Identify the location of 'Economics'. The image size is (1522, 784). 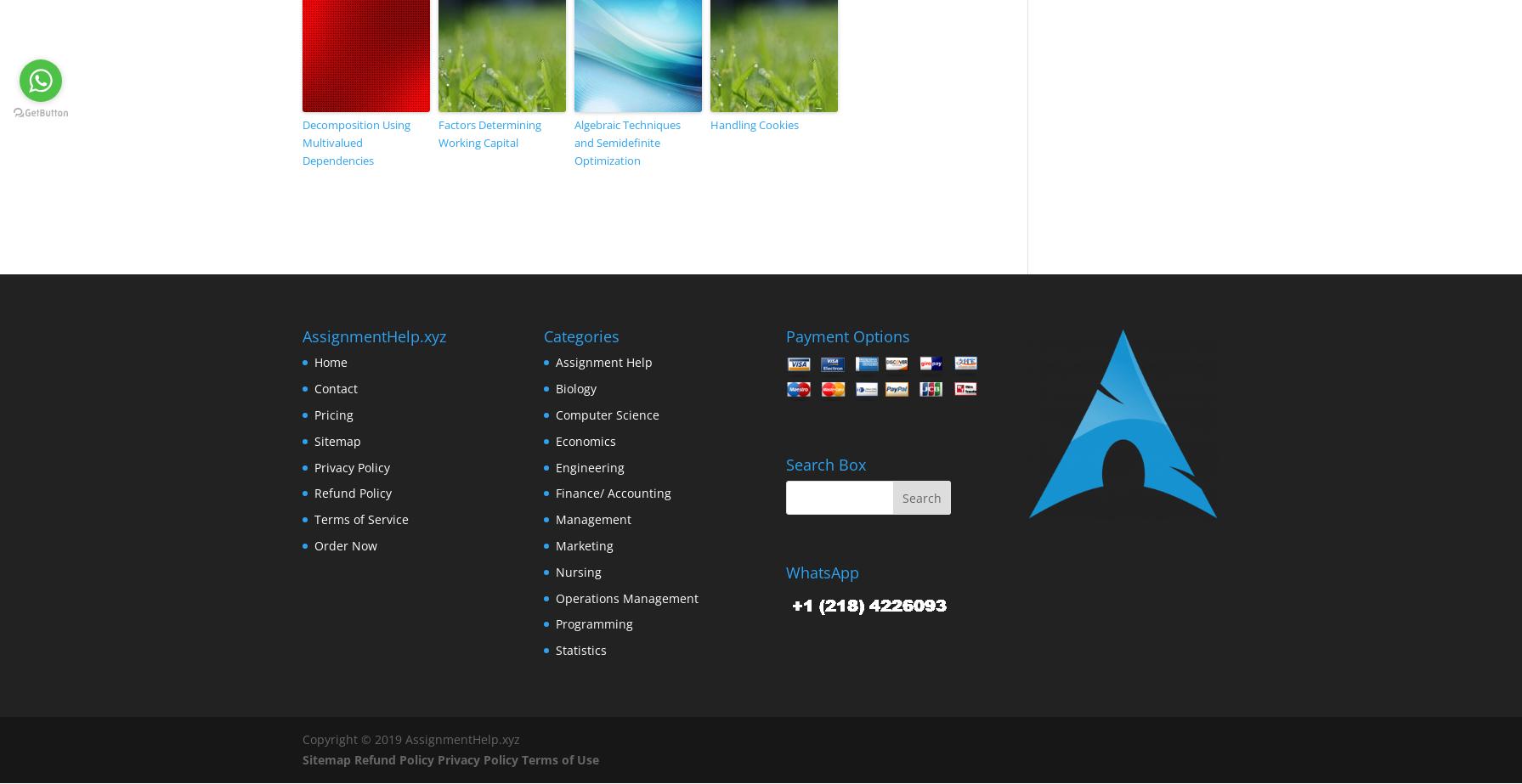
(586, 439).